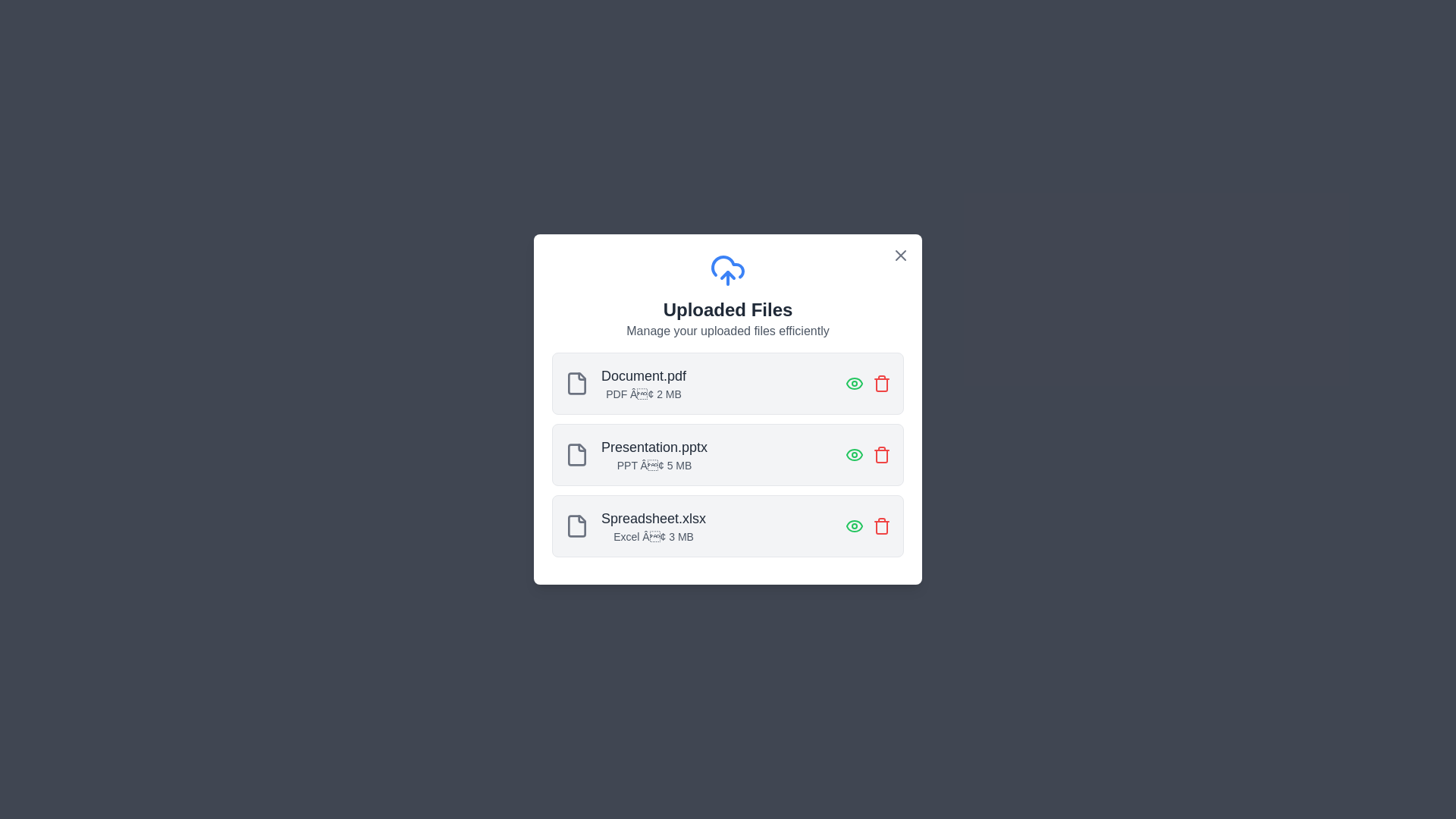 This screenshot has height=819, width=1456. What do you see at coordinates (881, 382) in the screenshot?
I see `the delete icon located on the right side of the entry for the file 'Spreadsheet.xlsx'` at bounding box center [881, 382].